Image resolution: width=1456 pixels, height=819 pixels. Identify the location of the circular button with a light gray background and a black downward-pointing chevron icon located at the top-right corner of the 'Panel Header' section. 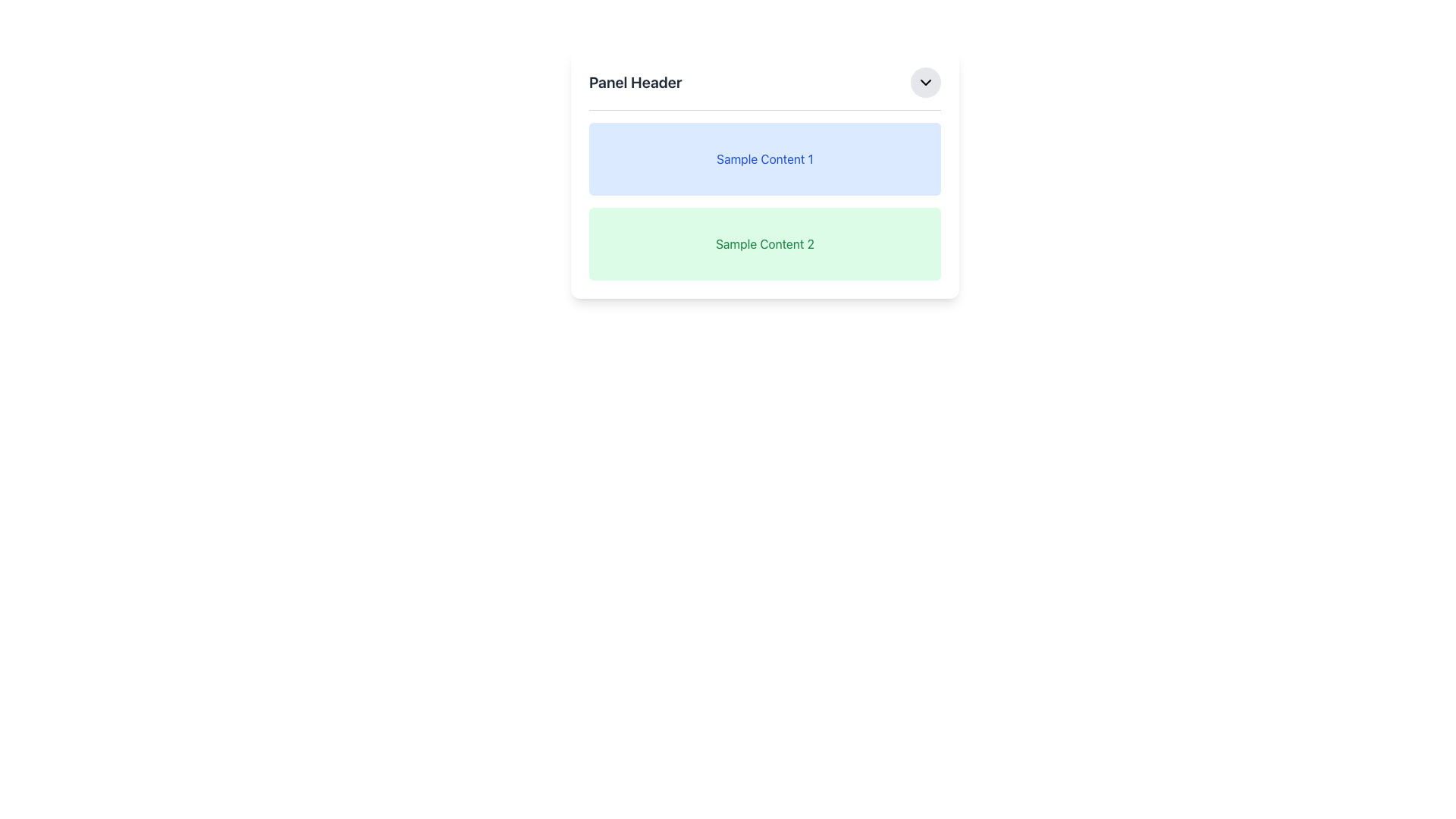
(924, 82).